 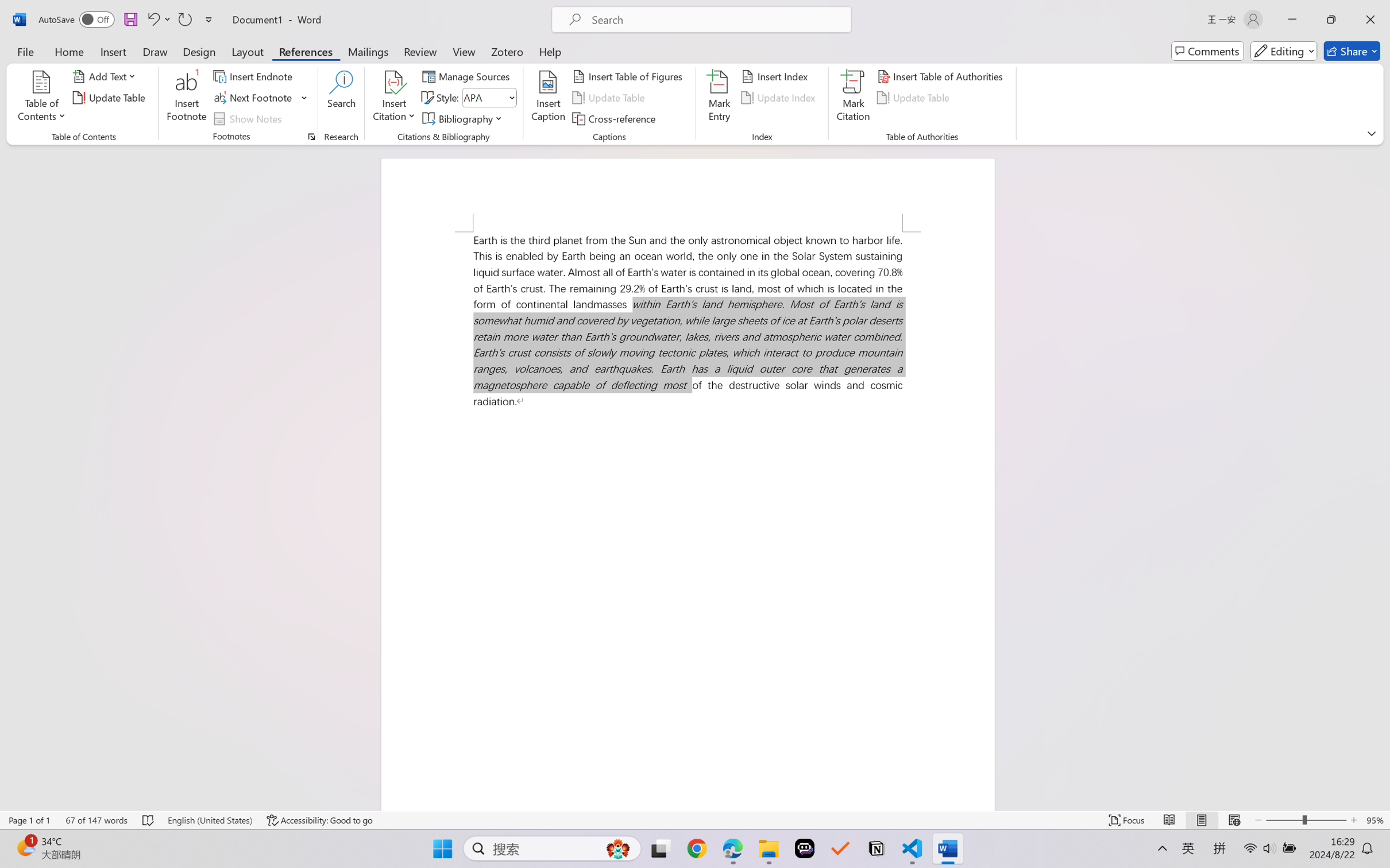 What do you see at coordinates (616, 119) in the screenshot?
I see `'Cross-reference...'` at bounding box center [616, 119].